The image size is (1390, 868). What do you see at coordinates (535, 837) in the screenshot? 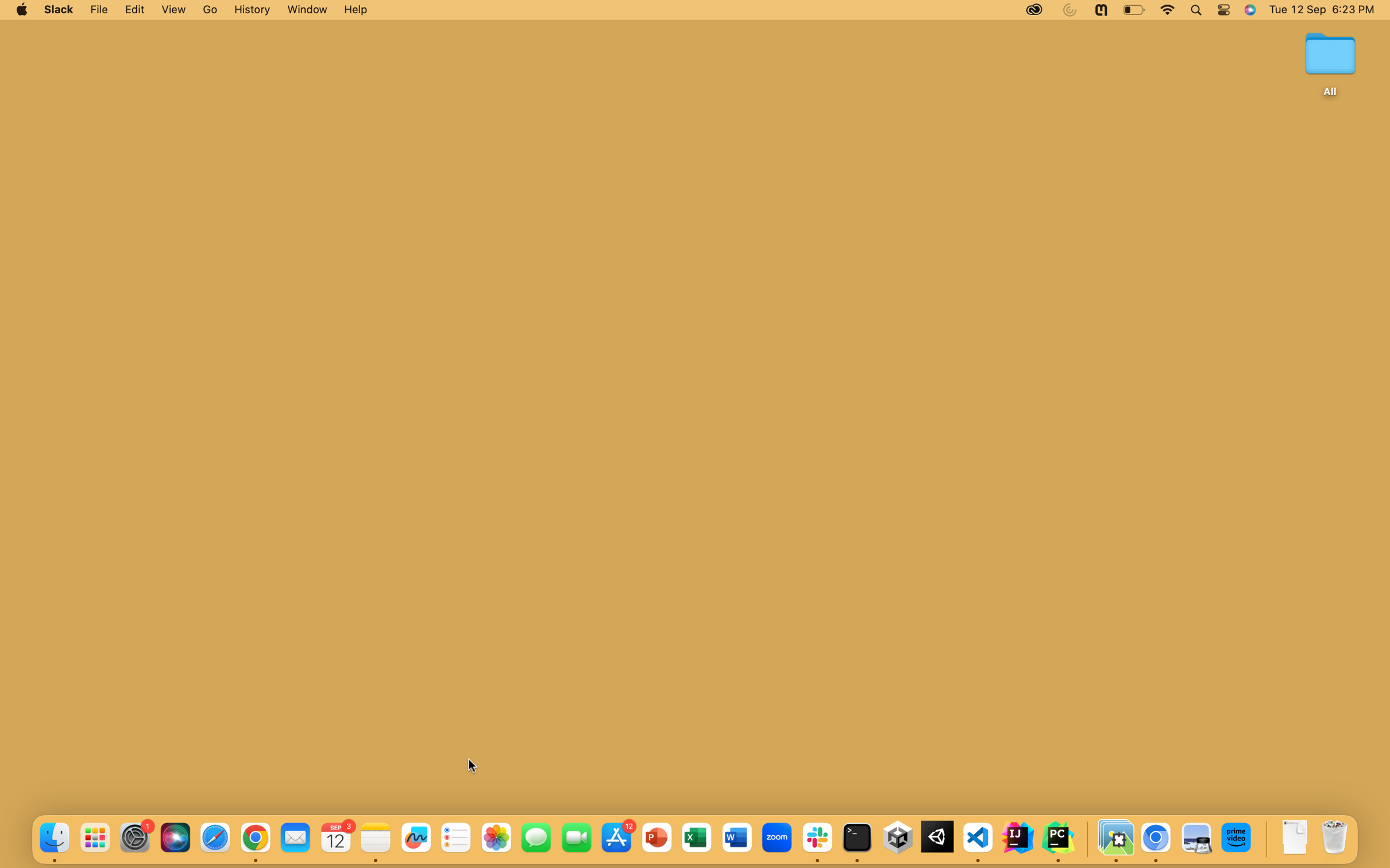
I see `the Messages App by pressing its icon at the bottom of the interface` at bounding box center [535, 837].